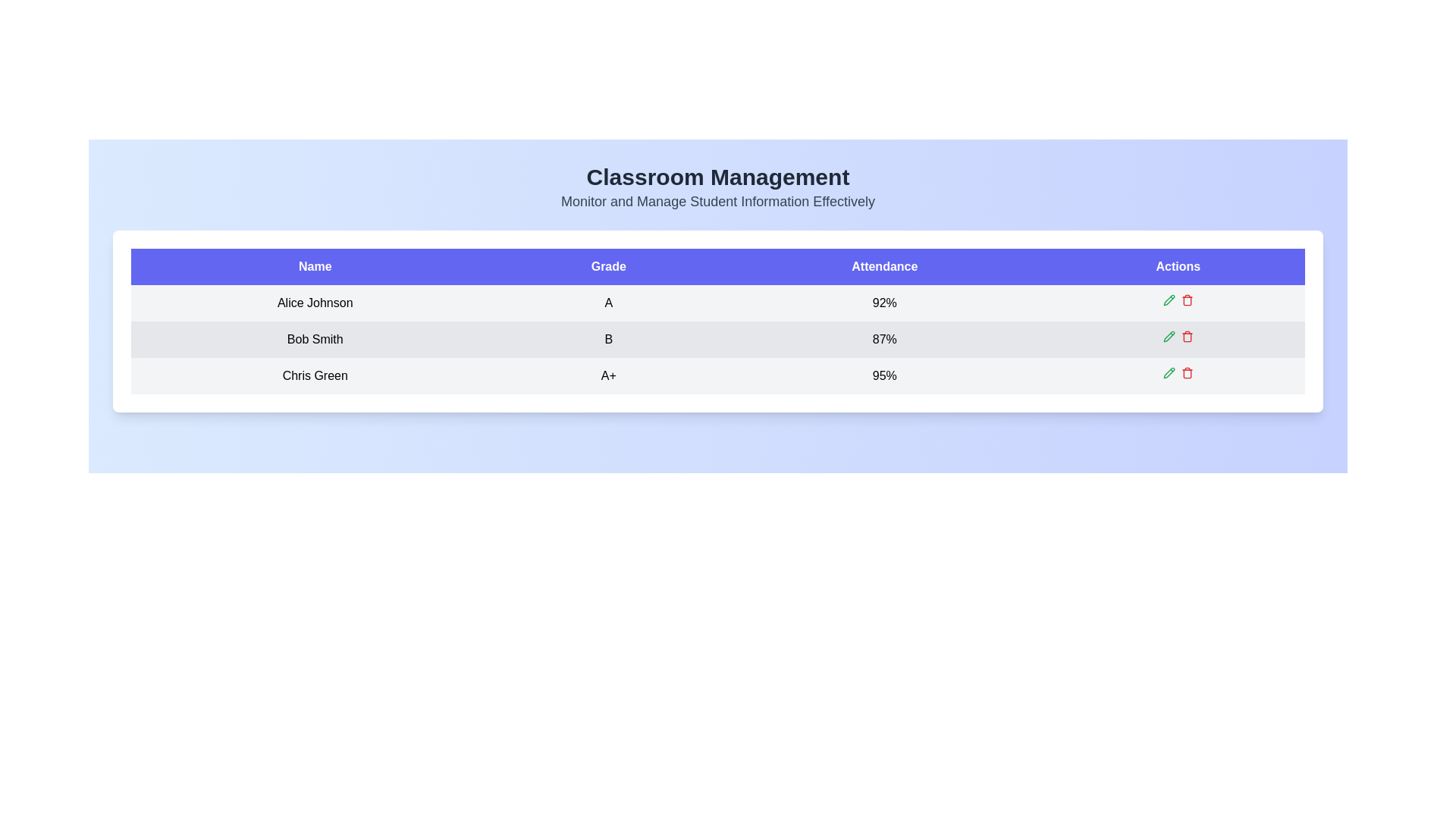  Describe the element at coordinates (314, 375) in the screenshot. I see `the text displayed in the Text label under the 'Name' column in the third row of the data table` at that location.